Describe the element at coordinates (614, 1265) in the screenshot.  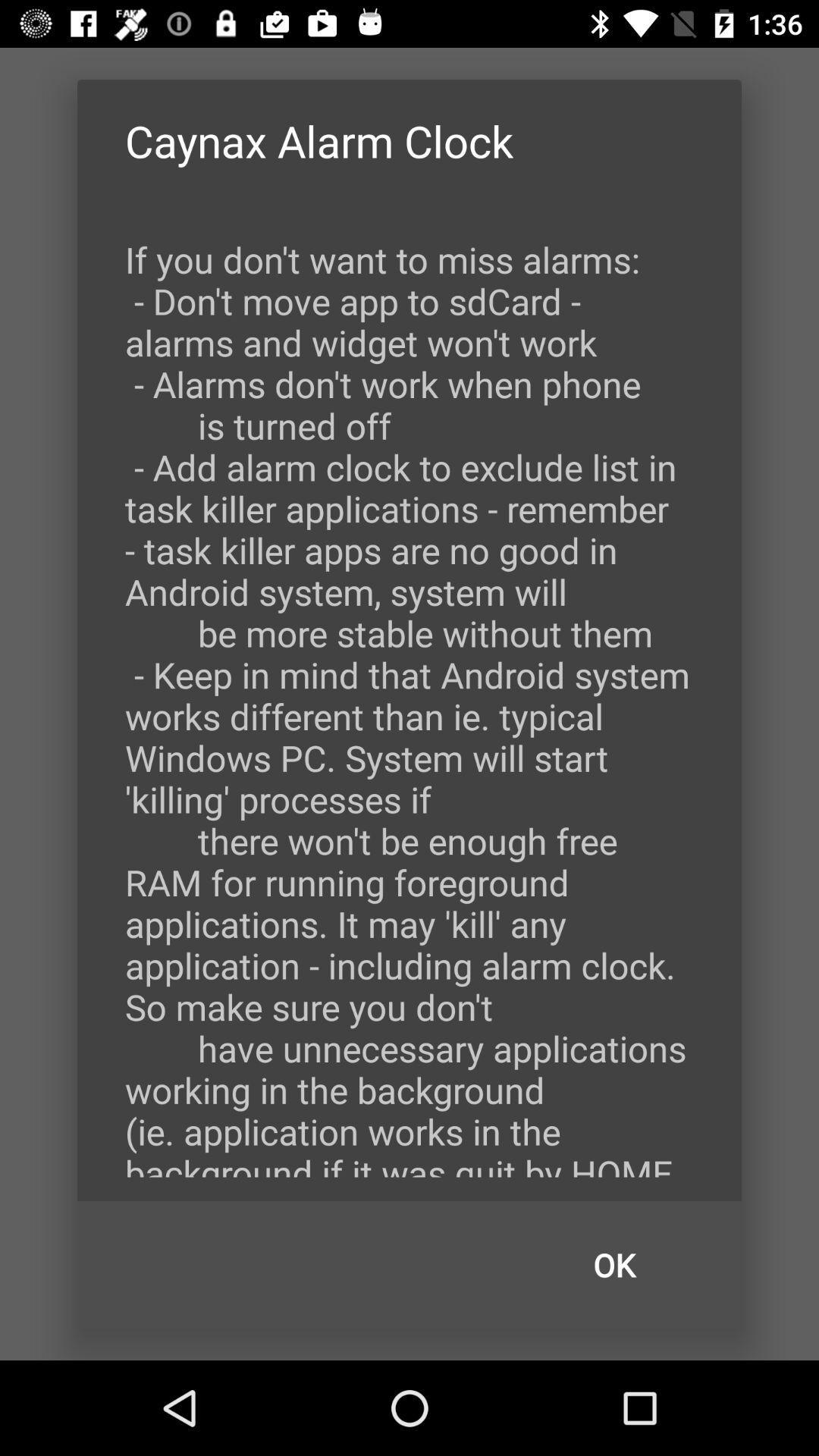
I see `the icon below the if you don` at that location.